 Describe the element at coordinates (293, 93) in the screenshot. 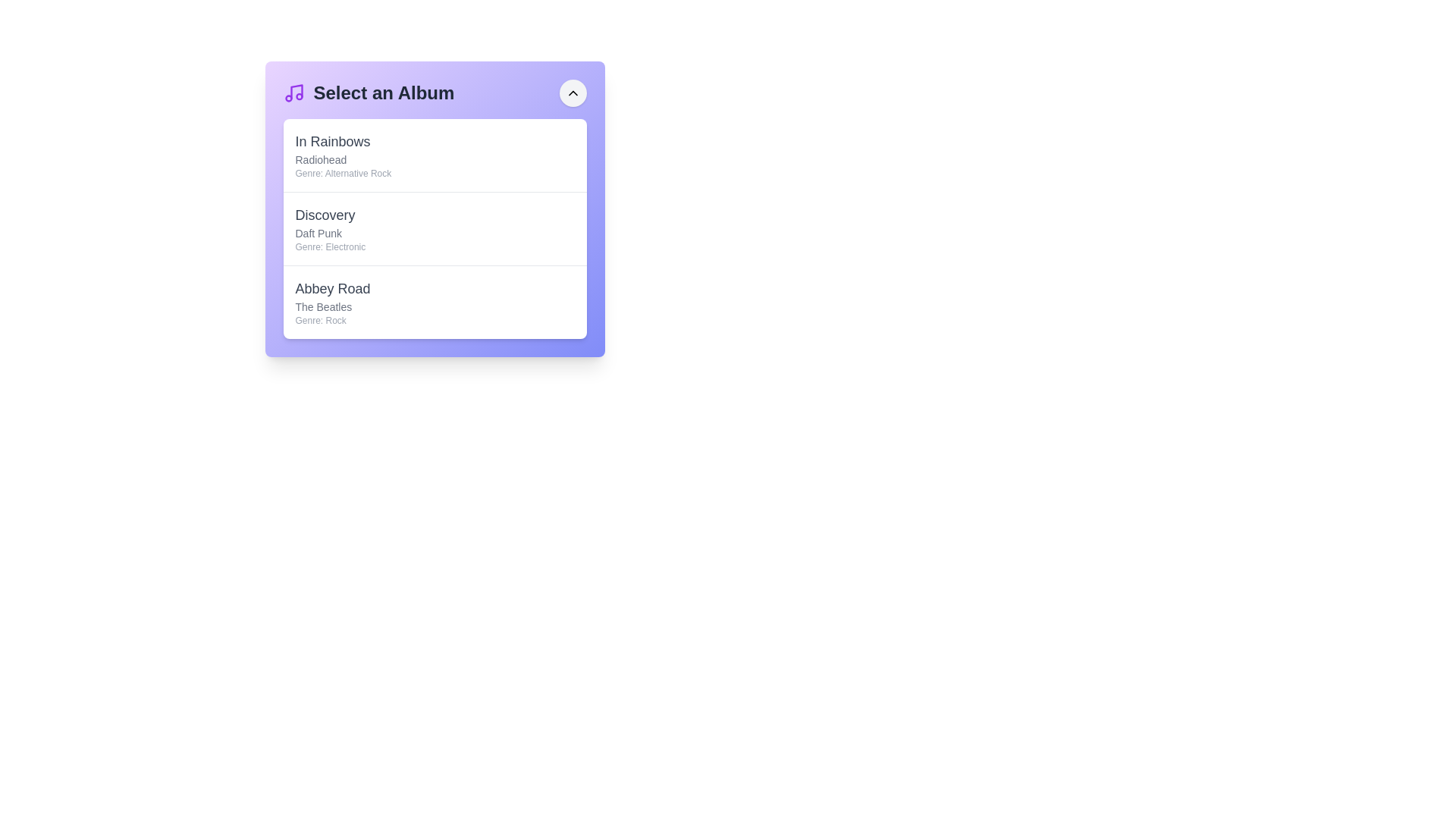

I see `the music-related icon located in the header to the left of the 'Select an Album' text` at that location.